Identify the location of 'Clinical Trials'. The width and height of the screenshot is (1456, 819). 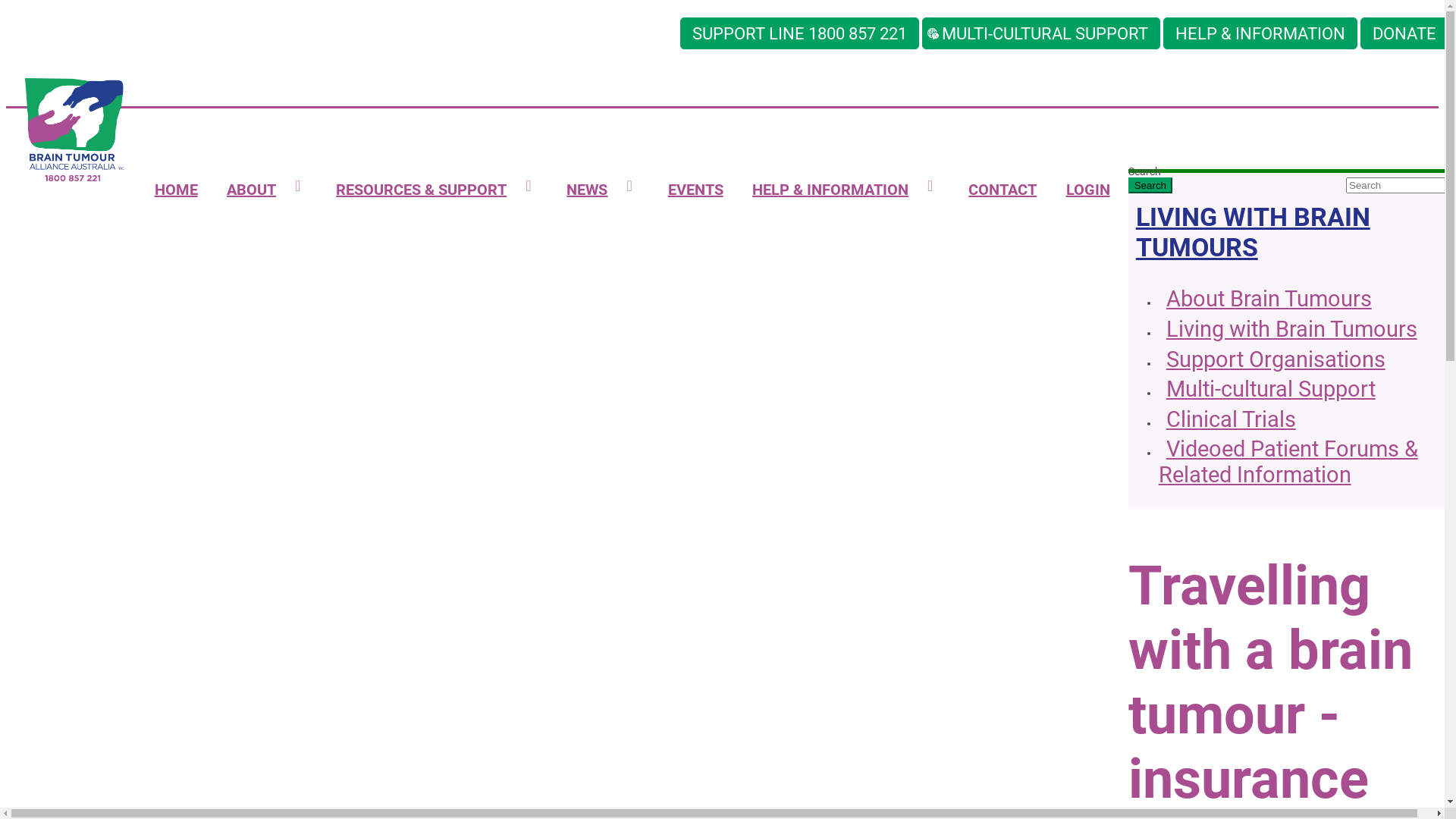
(1227, 421).